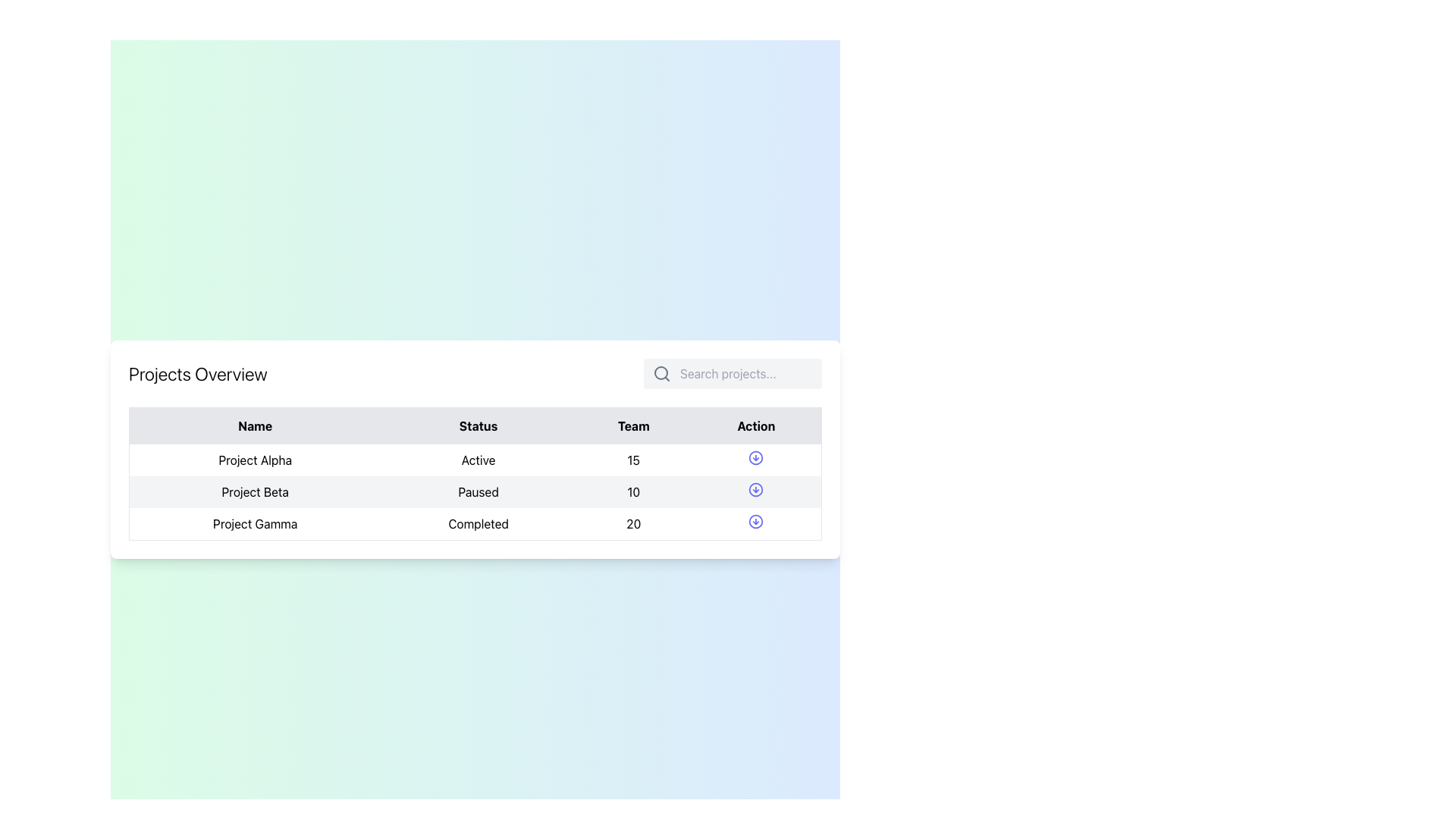 The width and height of the screenshot is (1456, 819). What do you see at coordinates (756, 520) in the screenshot?
I see `the circular icon with a blue stroke located in the 'Action' column of the last row of the table under the 'Projects Overview' section, associated with 'Project Gamma'` at bounding box center [756, 520].